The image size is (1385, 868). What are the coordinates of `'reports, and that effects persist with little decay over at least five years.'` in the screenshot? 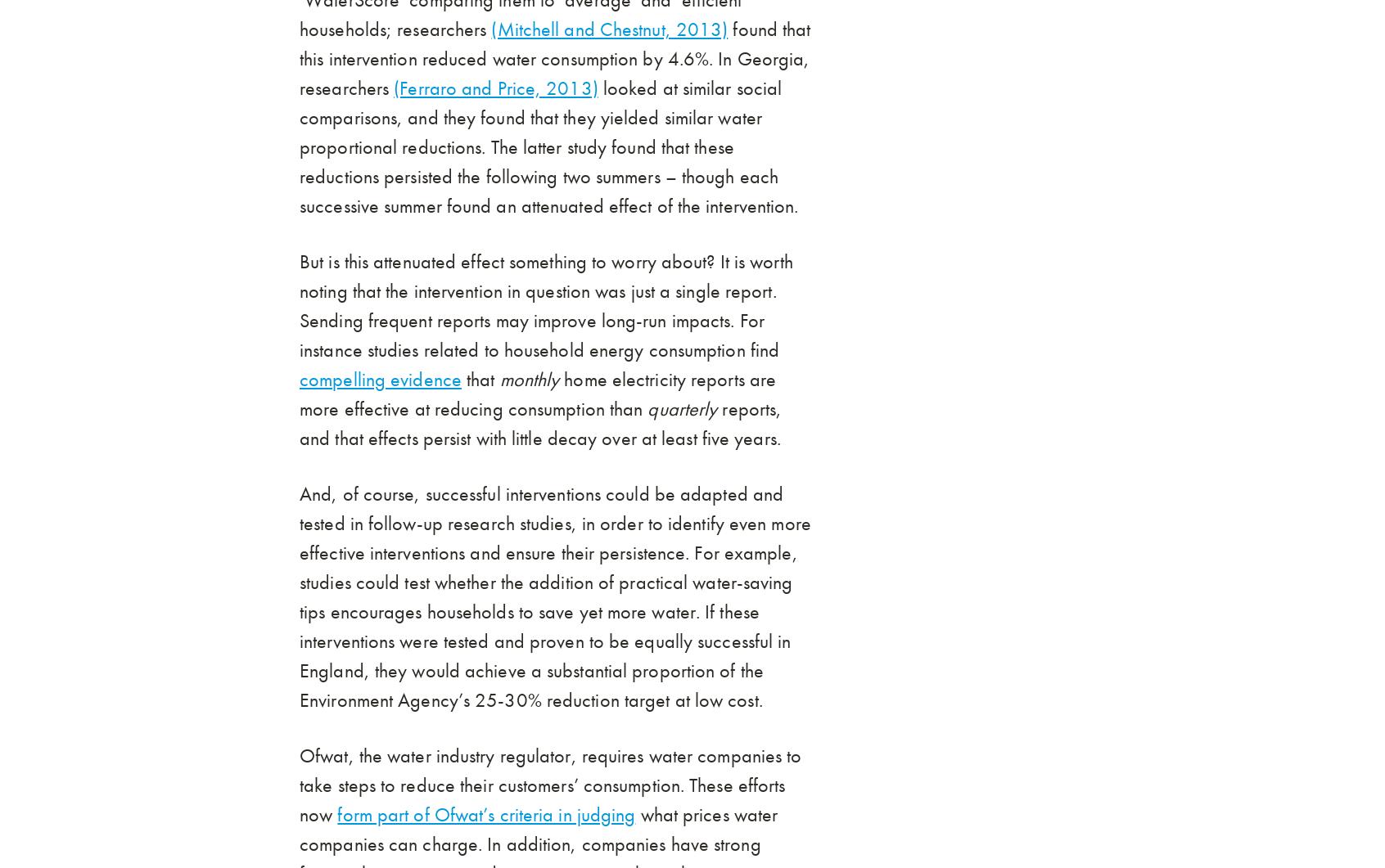 It's located at (540, 423).